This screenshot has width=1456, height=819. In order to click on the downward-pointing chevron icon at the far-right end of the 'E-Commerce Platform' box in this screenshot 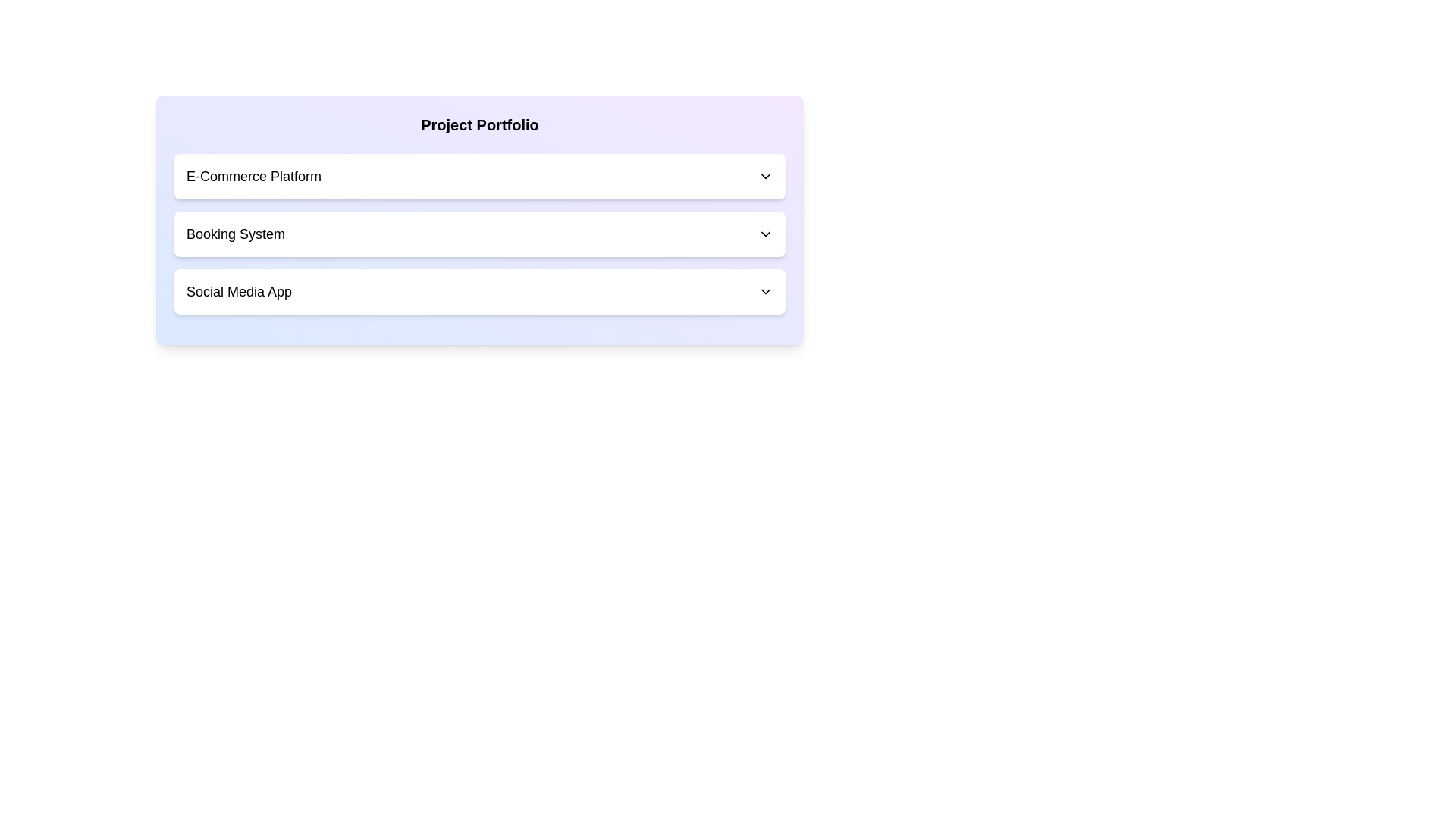, I will do `click(765, 175)`.